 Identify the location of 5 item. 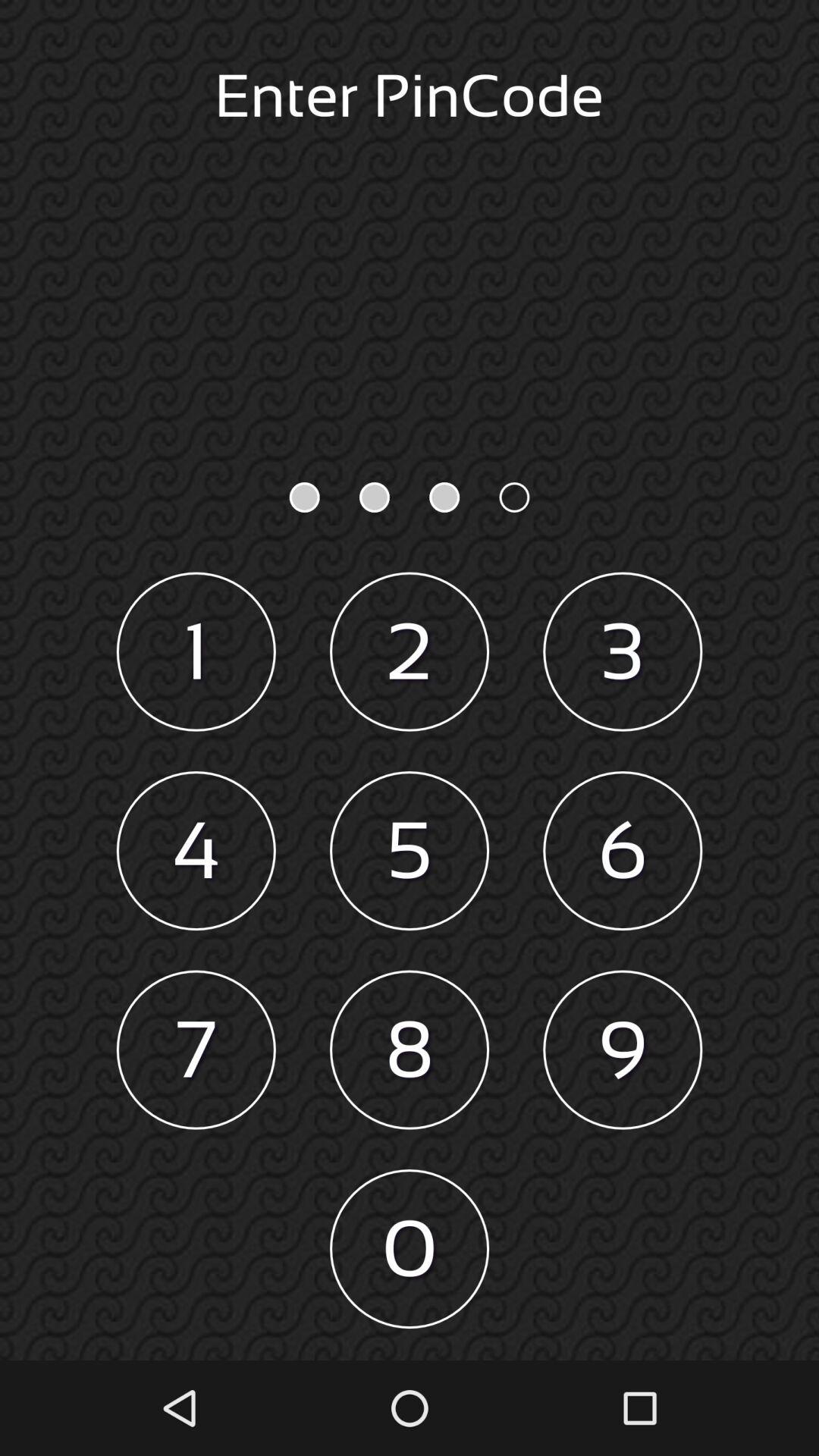
(409, 851).